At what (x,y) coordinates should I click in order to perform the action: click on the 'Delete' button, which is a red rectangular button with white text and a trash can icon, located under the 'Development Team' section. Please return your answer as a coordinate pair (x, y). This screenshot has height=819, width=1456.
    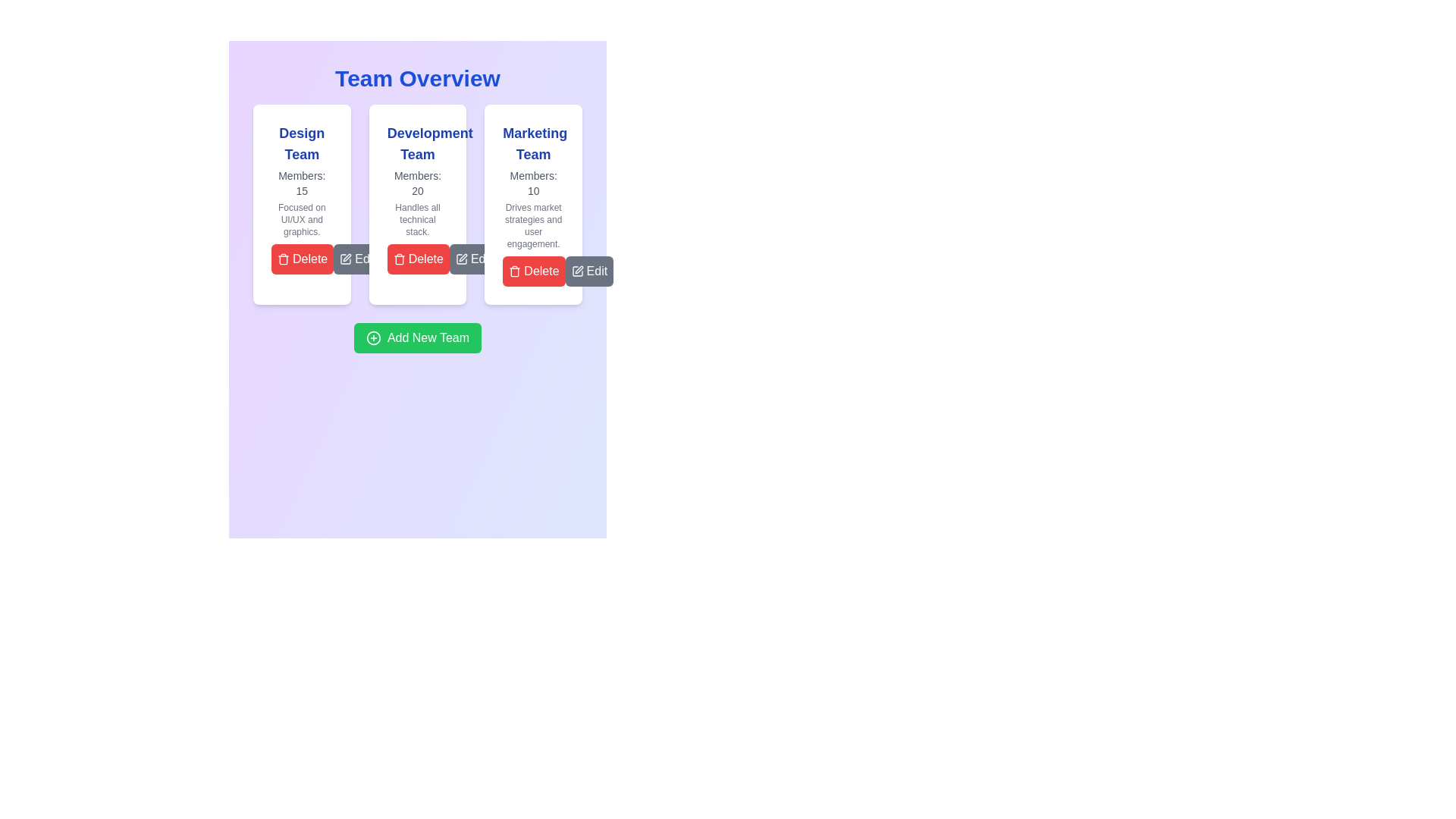
    Looking at the image, I should click on (418, 259).